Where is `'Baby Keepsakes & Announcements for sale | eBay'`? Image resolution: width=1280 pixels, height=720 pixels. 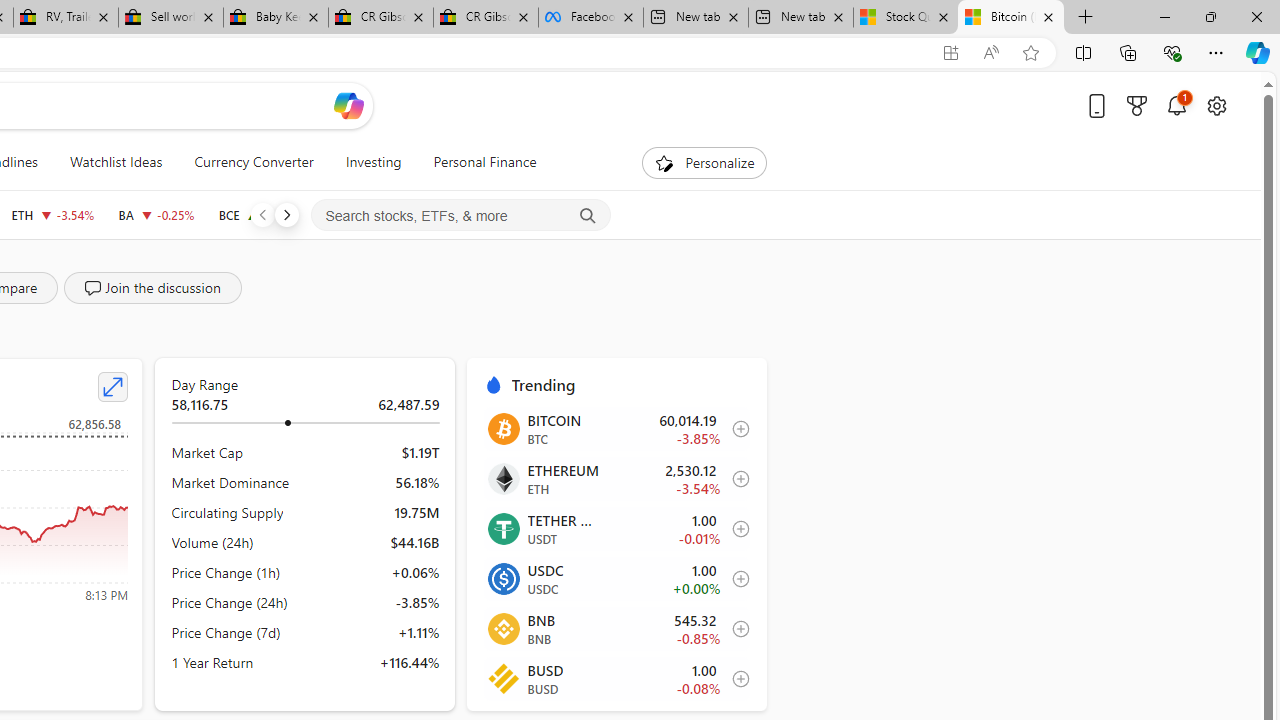 'Baby Keepsakes & Announcements for sale | eBay' is located at coordinates (274, 17).